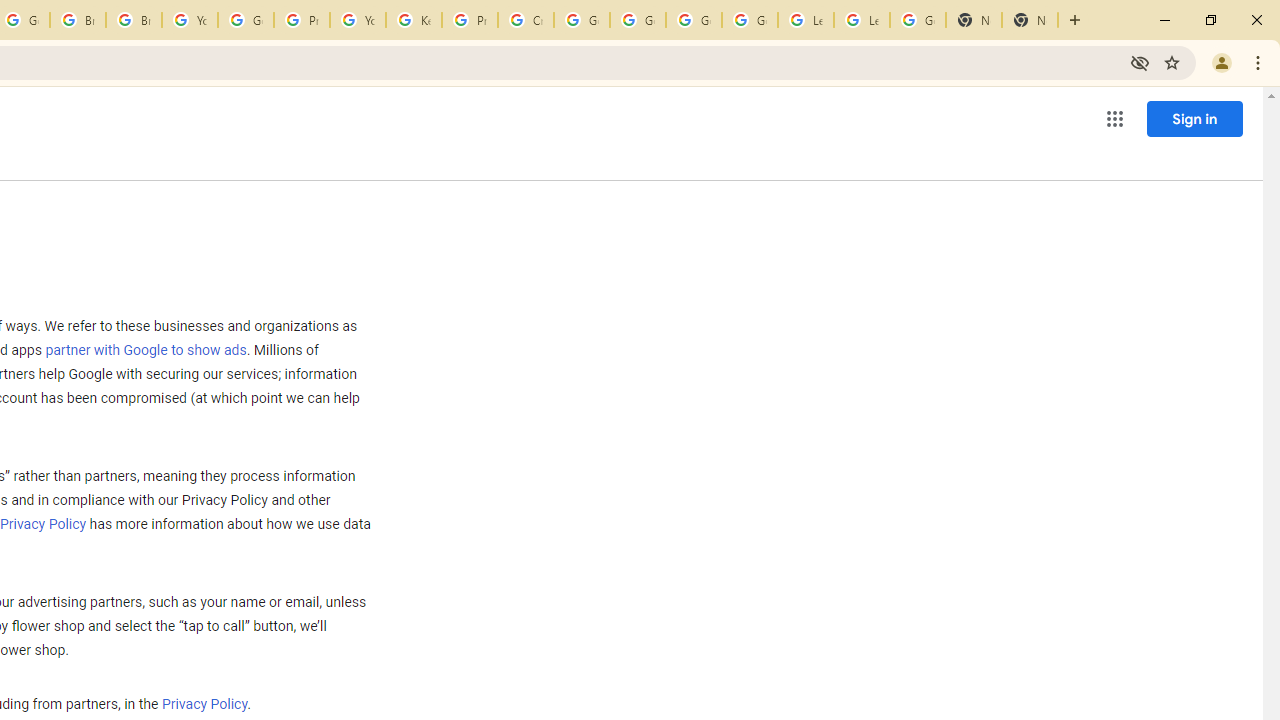 The height and width of the screenshot is (720, 1280). I want to click on 'Brand Resource Center', so click(78, 20).